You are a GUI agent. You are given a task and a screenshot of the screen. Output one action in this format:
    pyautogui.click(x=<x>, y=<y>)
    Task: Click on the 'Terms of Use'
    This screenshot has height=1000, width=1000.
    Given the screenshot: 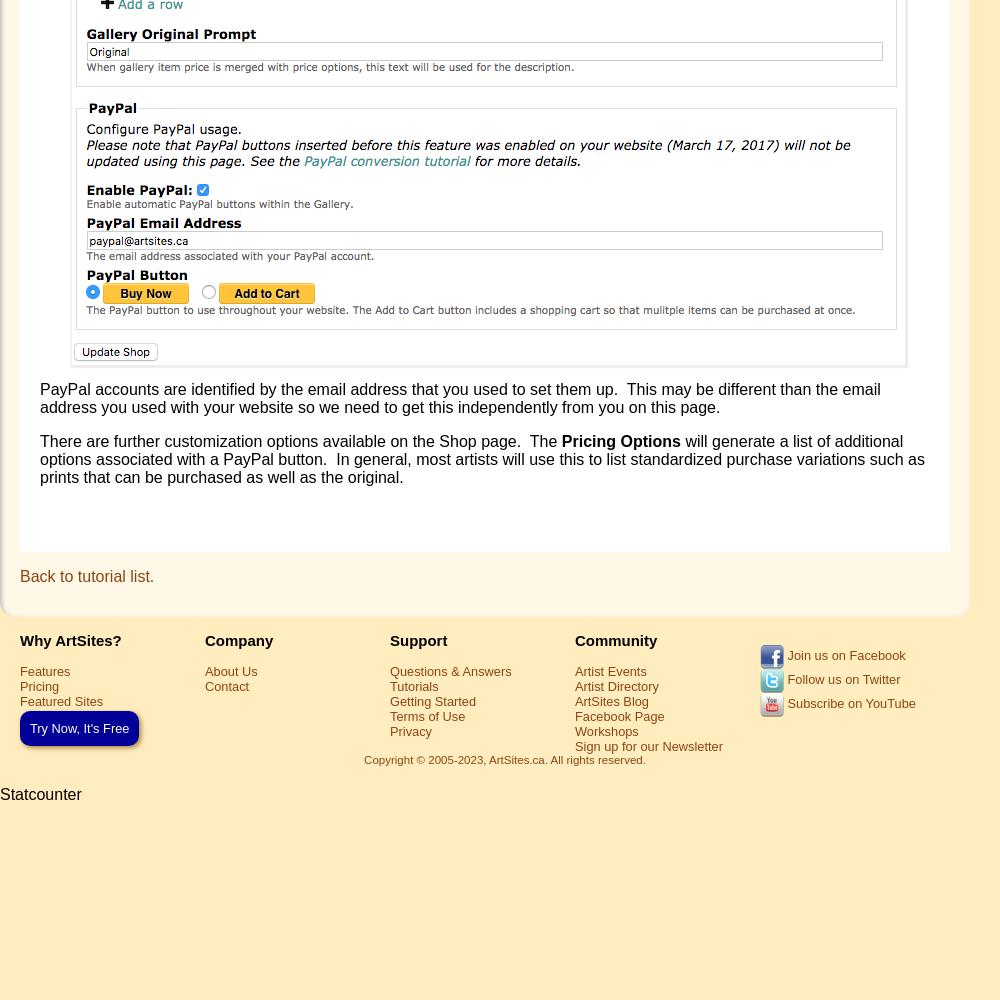 What is the action you would take?
    pyautogui.click(x=427, y=714)
    